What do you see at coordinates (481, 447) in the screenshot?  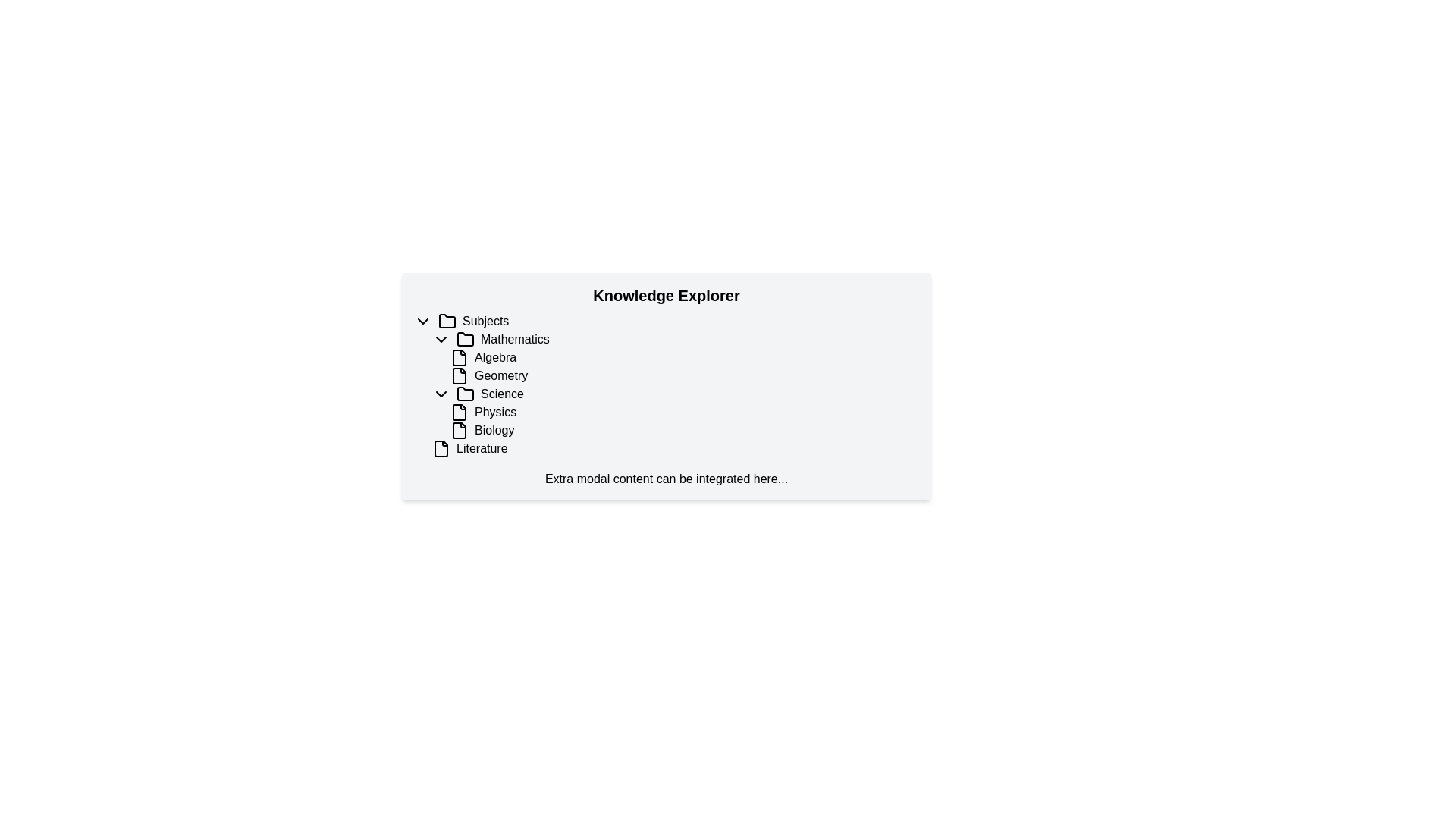 I see `the 'Literature' text label under the 'Biology' category in the 'Science' tree structure` at bounding box center [481, 447].